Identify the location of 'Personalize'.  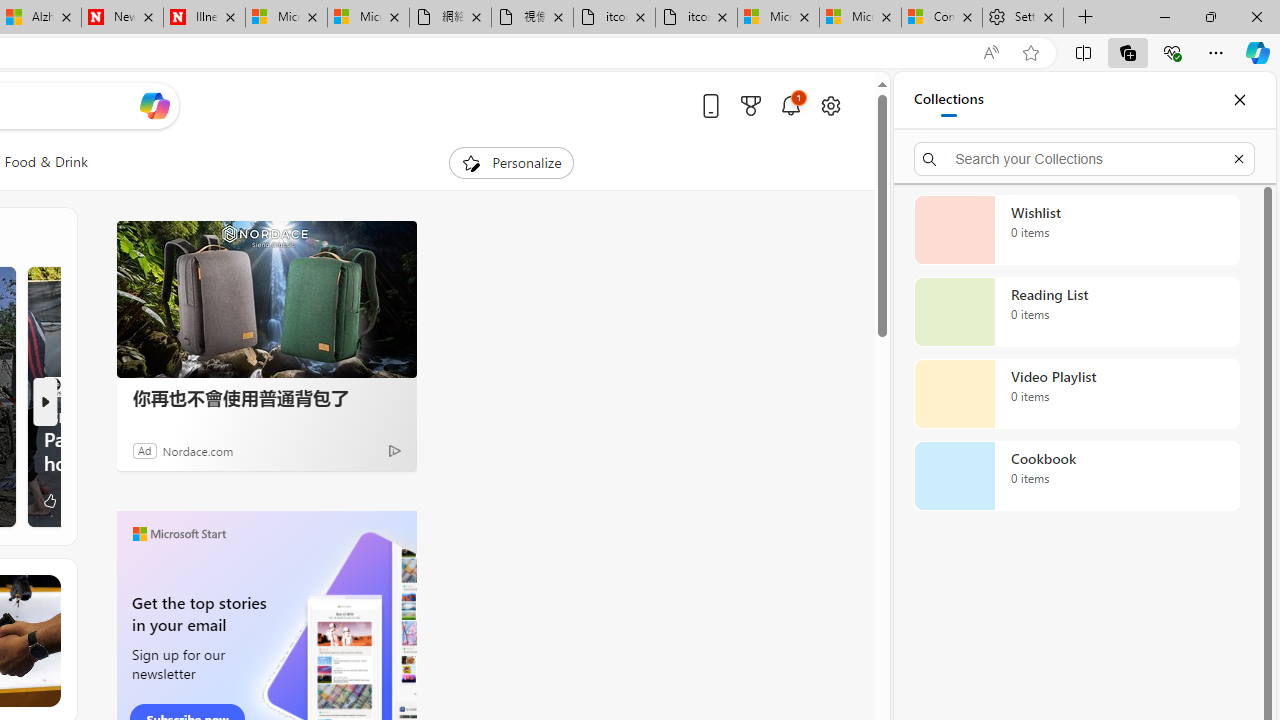
(512, 162).